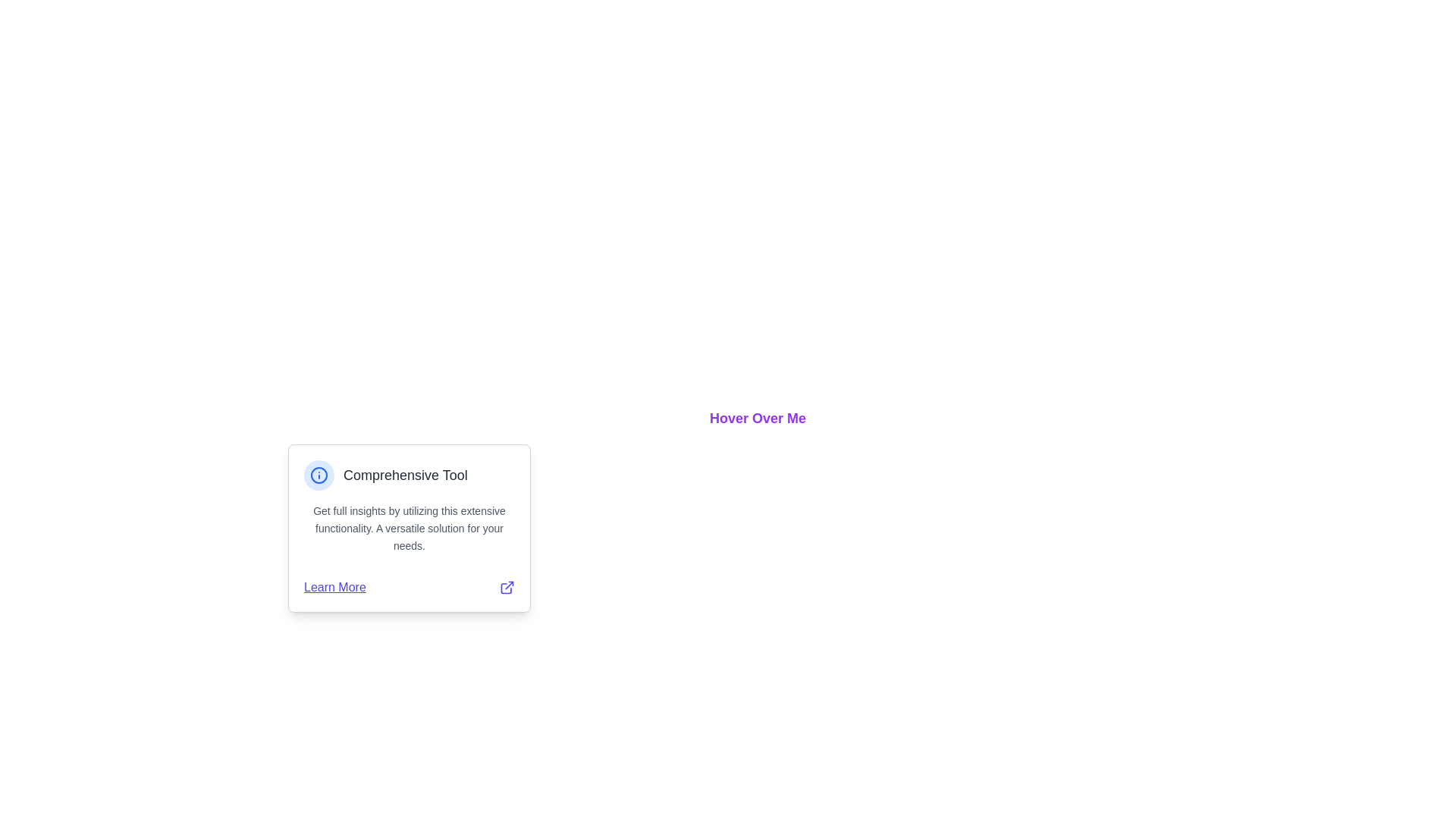 Image resolution: width=1456 pixels, height=819 pixels. What do you see at coordinates (334, 587) in the screenshot?
I see `the 'Learn More' hyperlink styled in indigo with an underline, located in the bottom section of a card below 'Comprehensive Tool' and next to an external link icon` at bounding box center [334, 587].